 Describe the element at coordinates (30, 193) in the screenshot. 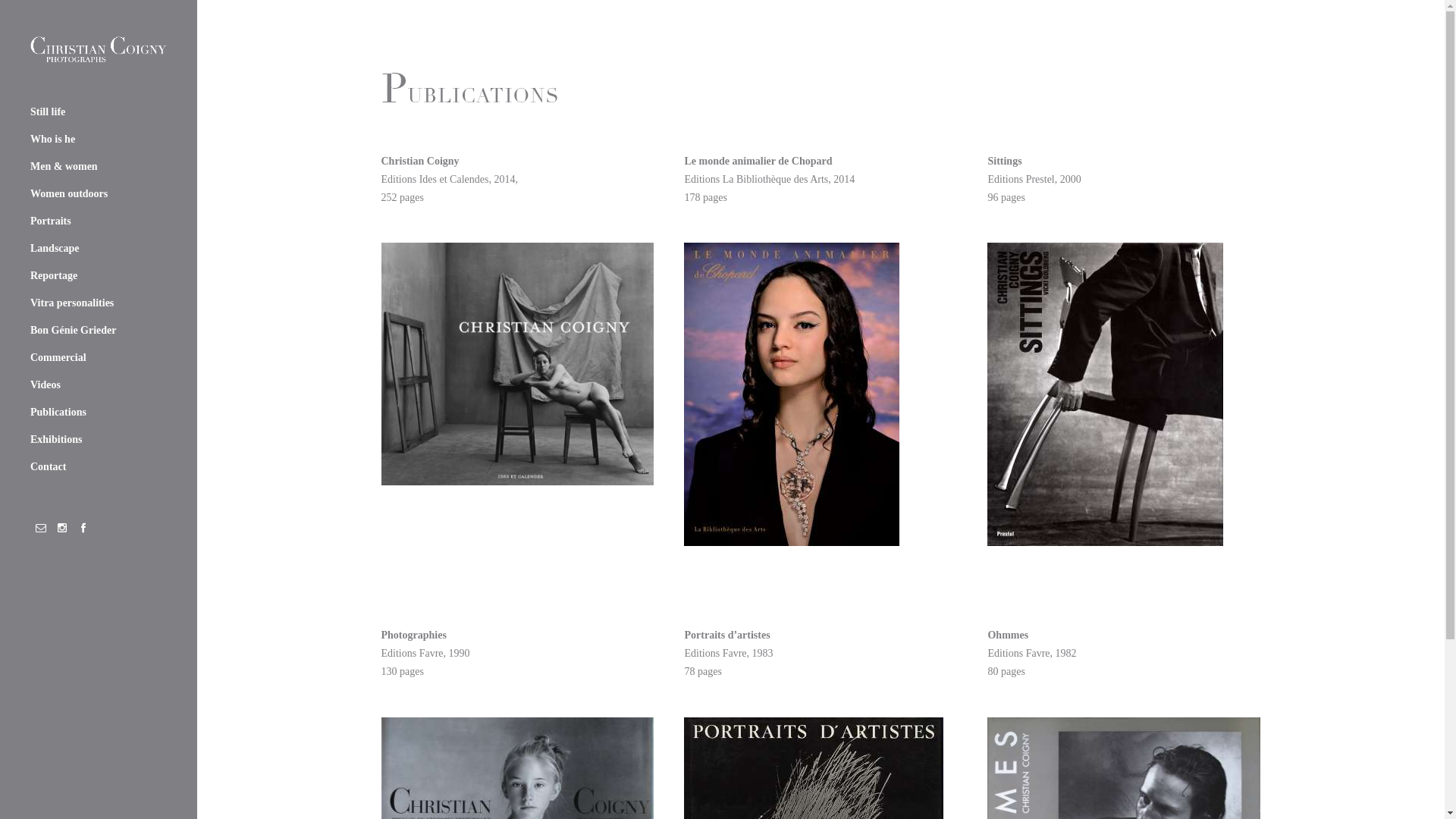

I see `'Women outdoors'` at that location.